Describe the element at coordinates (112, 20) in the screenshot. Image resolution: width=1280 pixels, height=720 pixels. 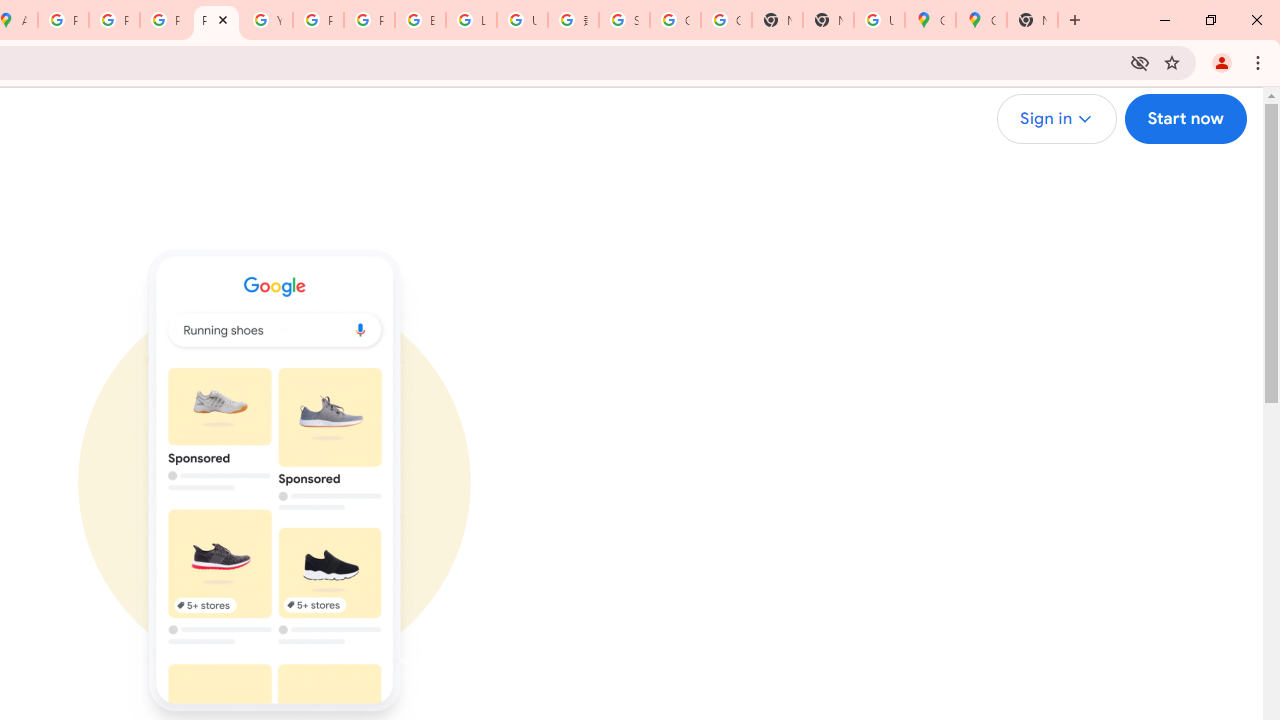
I see `'Privacy Help Center - Policies Help'` at that location.